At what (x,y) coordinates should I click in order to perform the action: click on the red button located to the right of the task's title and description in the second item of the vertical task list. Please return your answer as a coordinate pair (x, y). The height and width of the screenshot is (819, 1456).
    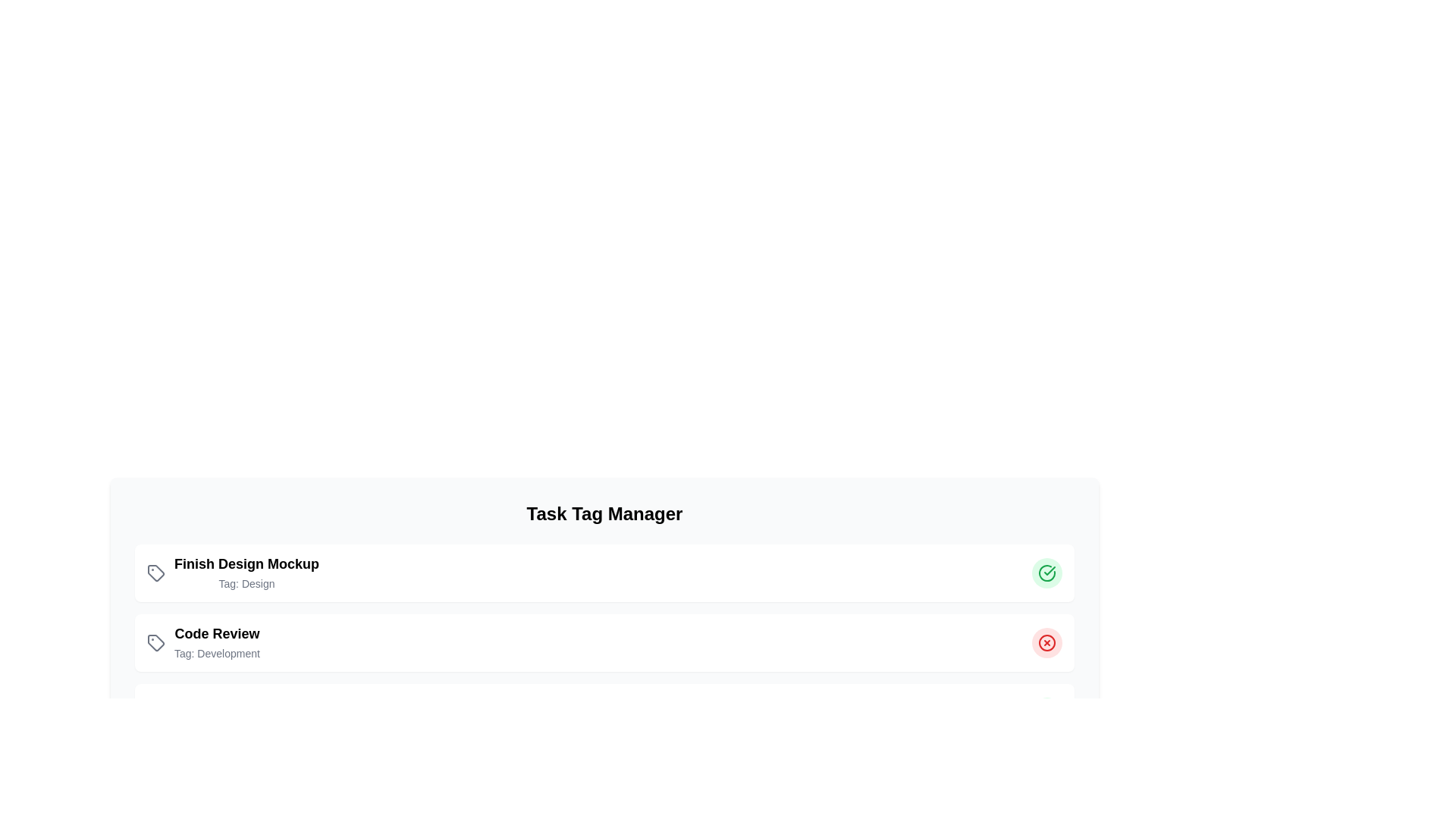
    Looking at the image, I should click on (1046, 643).